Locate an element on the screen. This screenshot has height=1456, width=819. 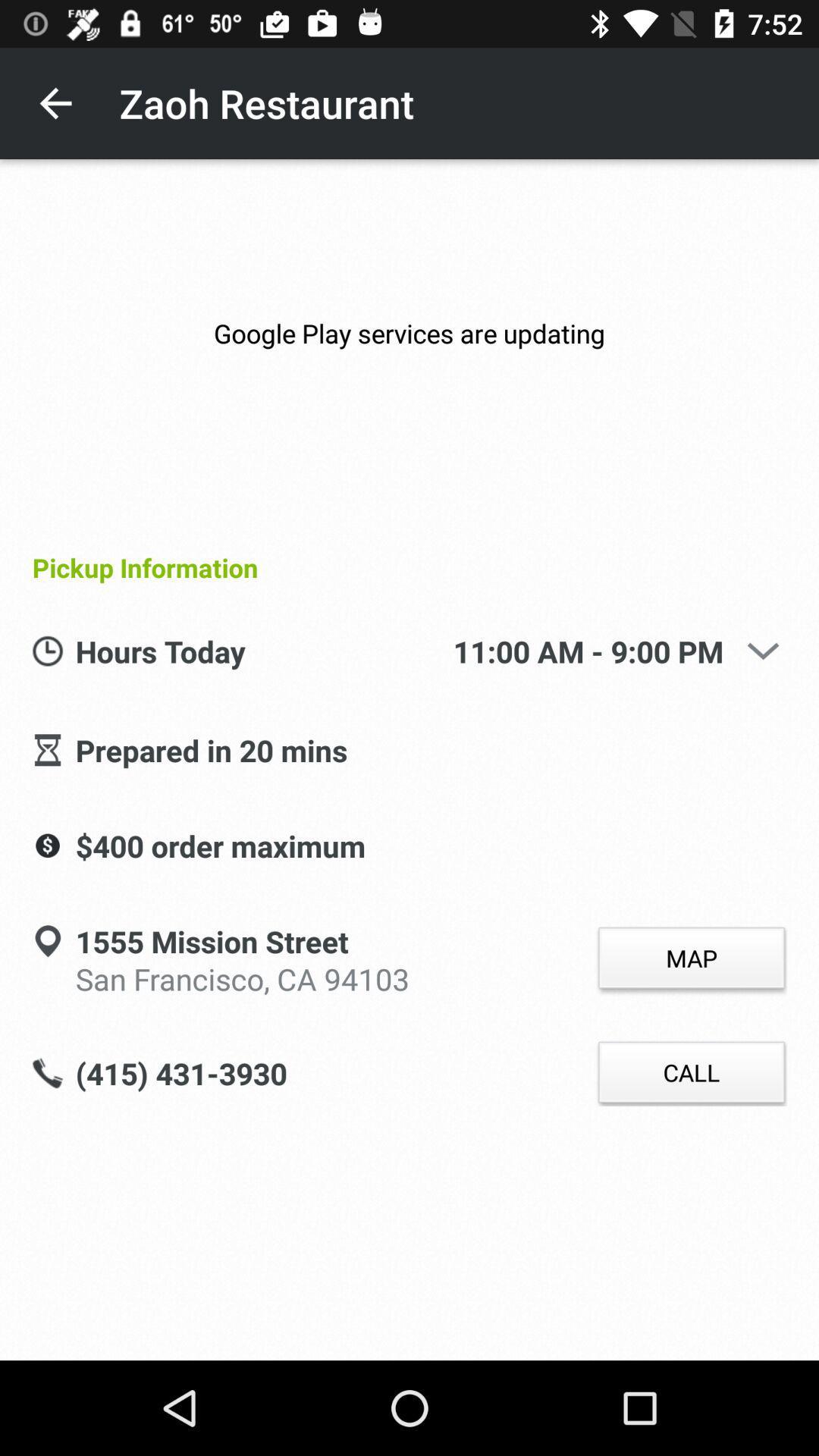
item to the left of the 11 00 am icon is located at coordinates (263, 652).